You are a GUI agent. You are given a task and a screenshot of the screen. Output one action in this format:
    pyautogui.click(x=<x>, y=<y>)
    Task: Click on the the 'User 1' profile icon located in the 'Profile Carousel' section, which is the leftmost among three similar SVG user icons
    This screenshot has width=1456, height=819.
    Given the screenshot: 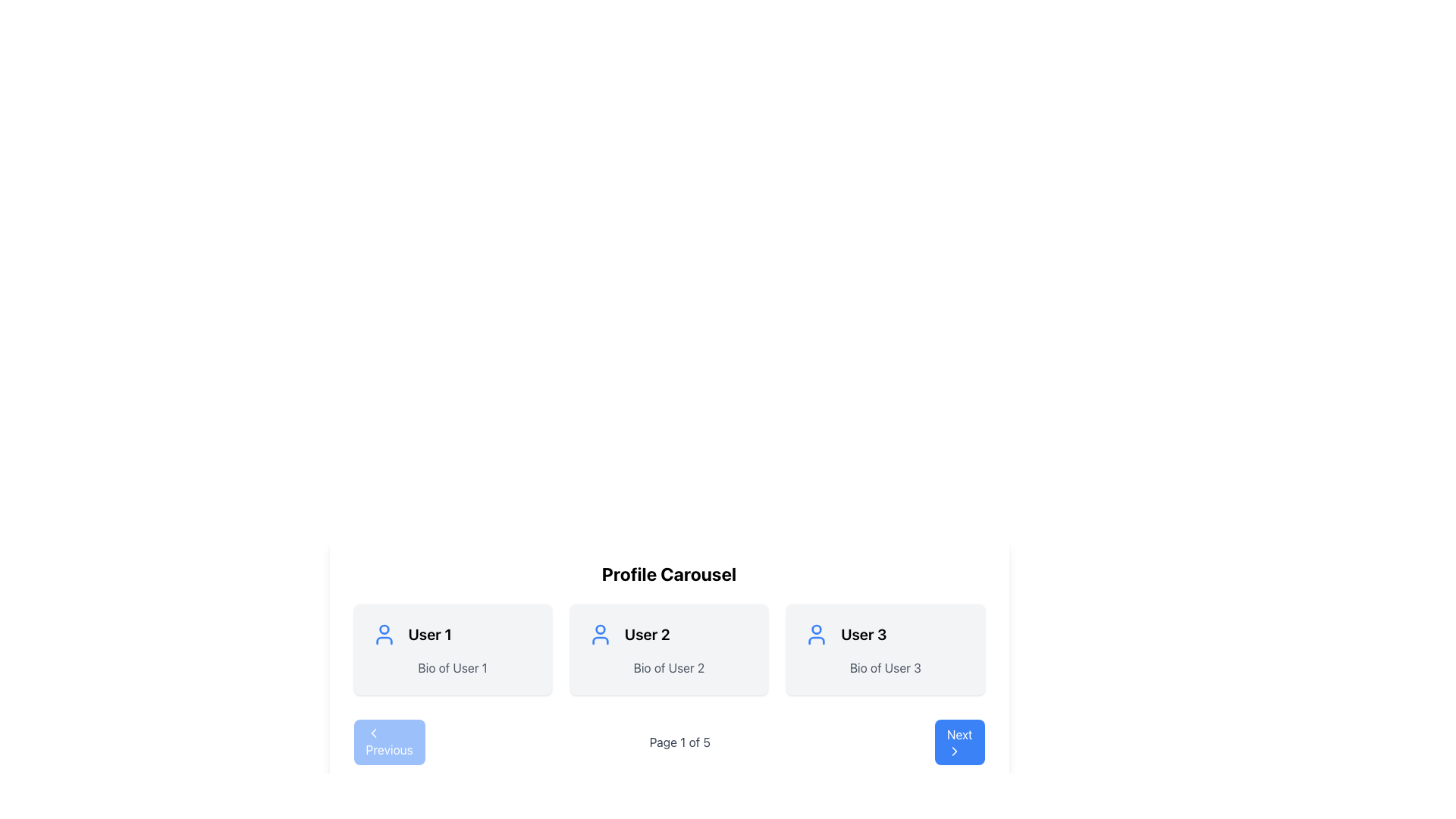 What is the action you would take?
    pyautogui.click(x=384, y=635)
    